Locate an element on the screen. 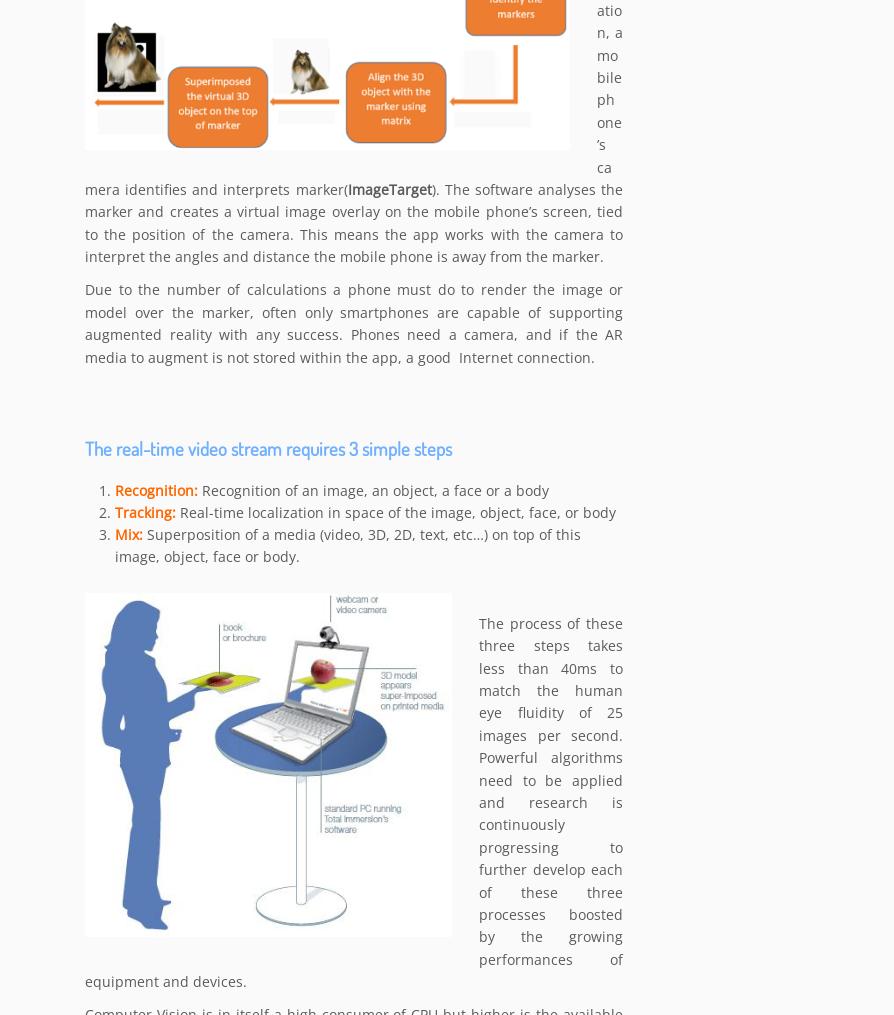 The width and height of the screenshot is (894, 1015). 'The process of these three steps takes less than 40ms to match the human eye fluidity of 25 images per second. Powerful algorithms need to be applied and research is continuously progressing to further develop each of these three processes boosted by the growing performances of equipment and devices.' is located at coordinates (353, 803).